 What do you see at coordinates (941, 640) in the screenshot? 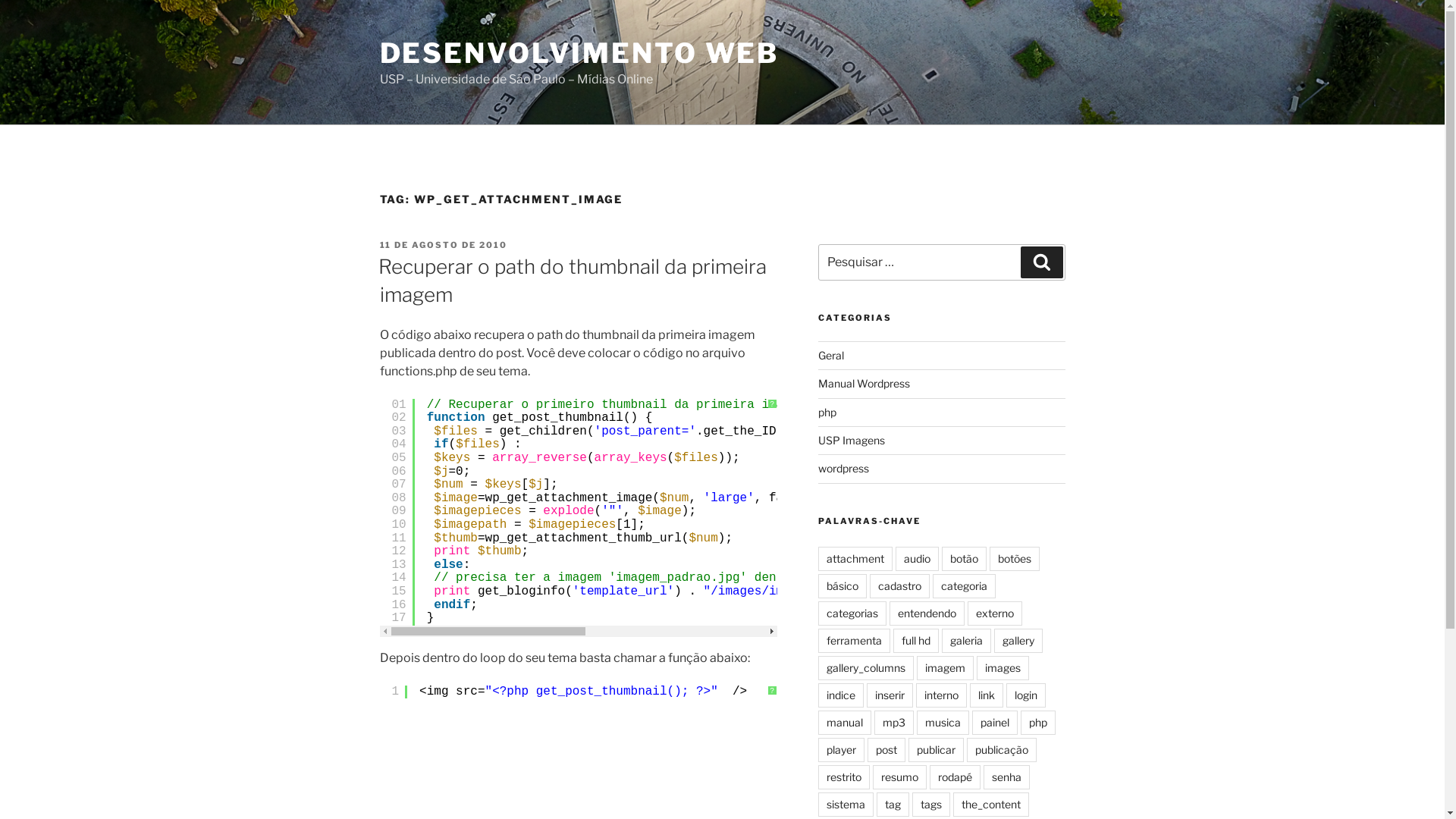
I see `'galeria'` at bounding box center [941, 640].